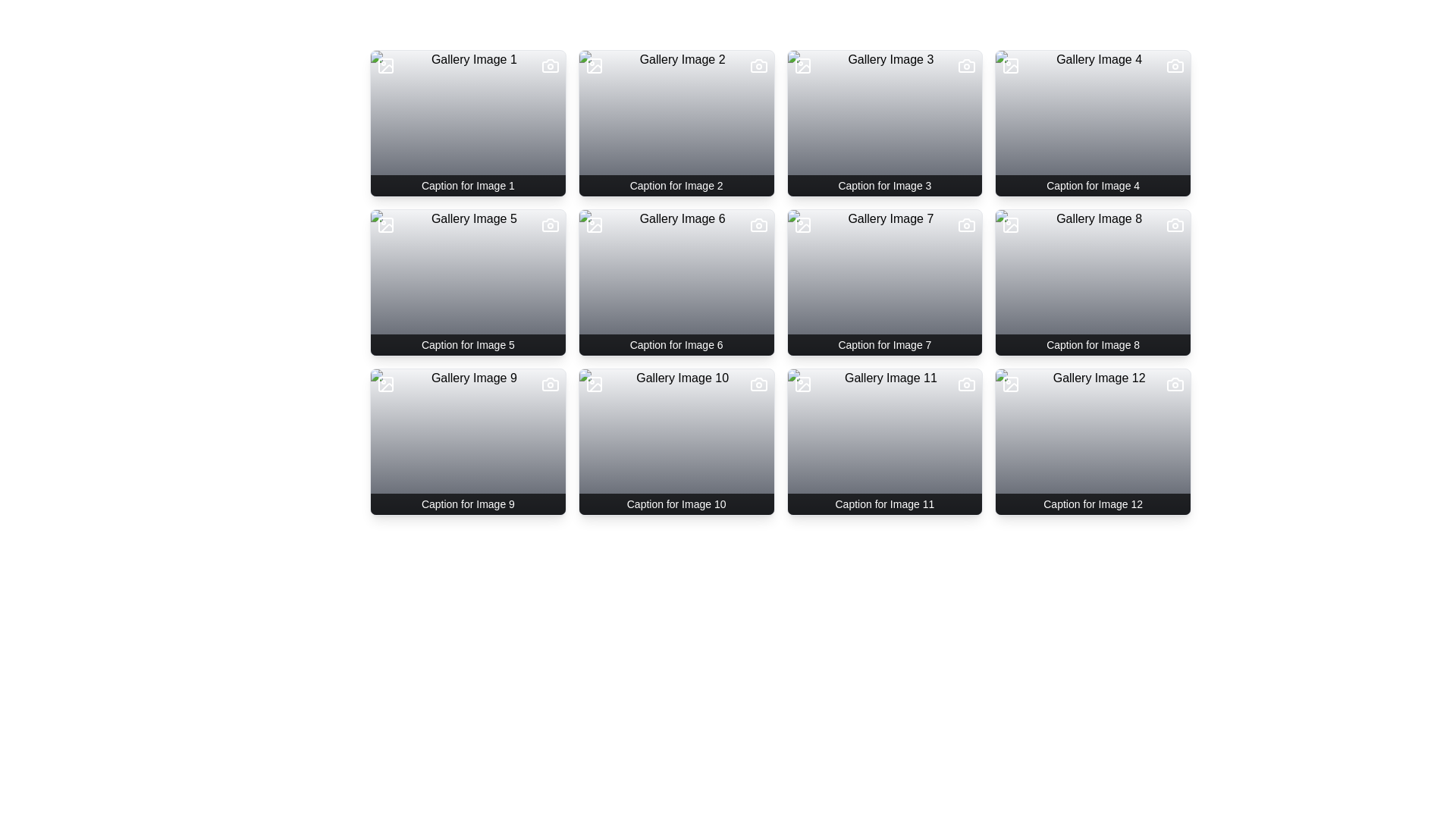 The width and height of the screenshot is (1456, 819). I want to click on the seventh image card in the gallery, which displays a title and caption, located in the second row, third column of the grid layout, so click(884, 283).